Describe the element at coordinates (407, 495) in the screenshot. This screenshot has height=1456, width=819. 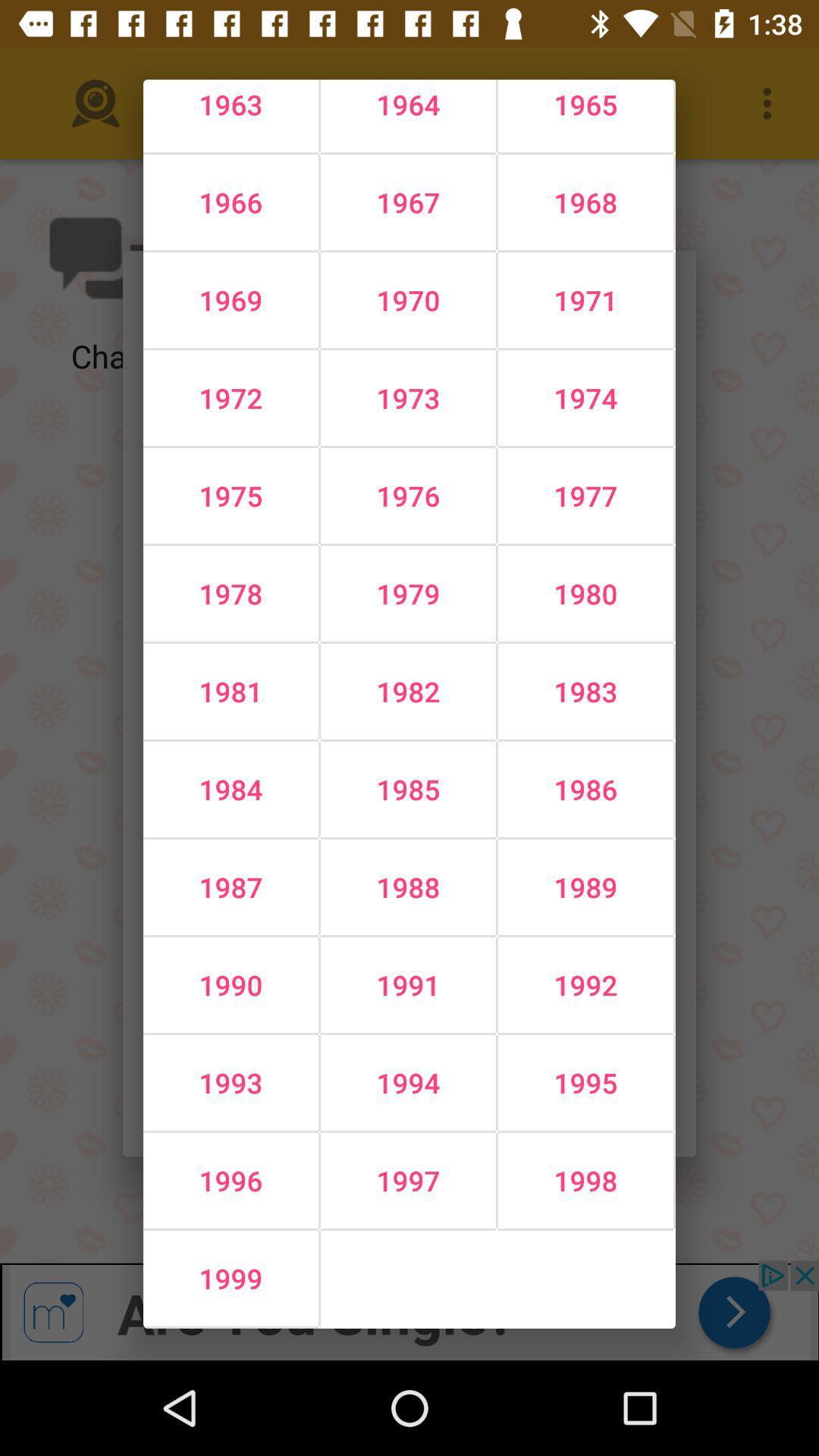
I see `the icon below the 1972` at that location.